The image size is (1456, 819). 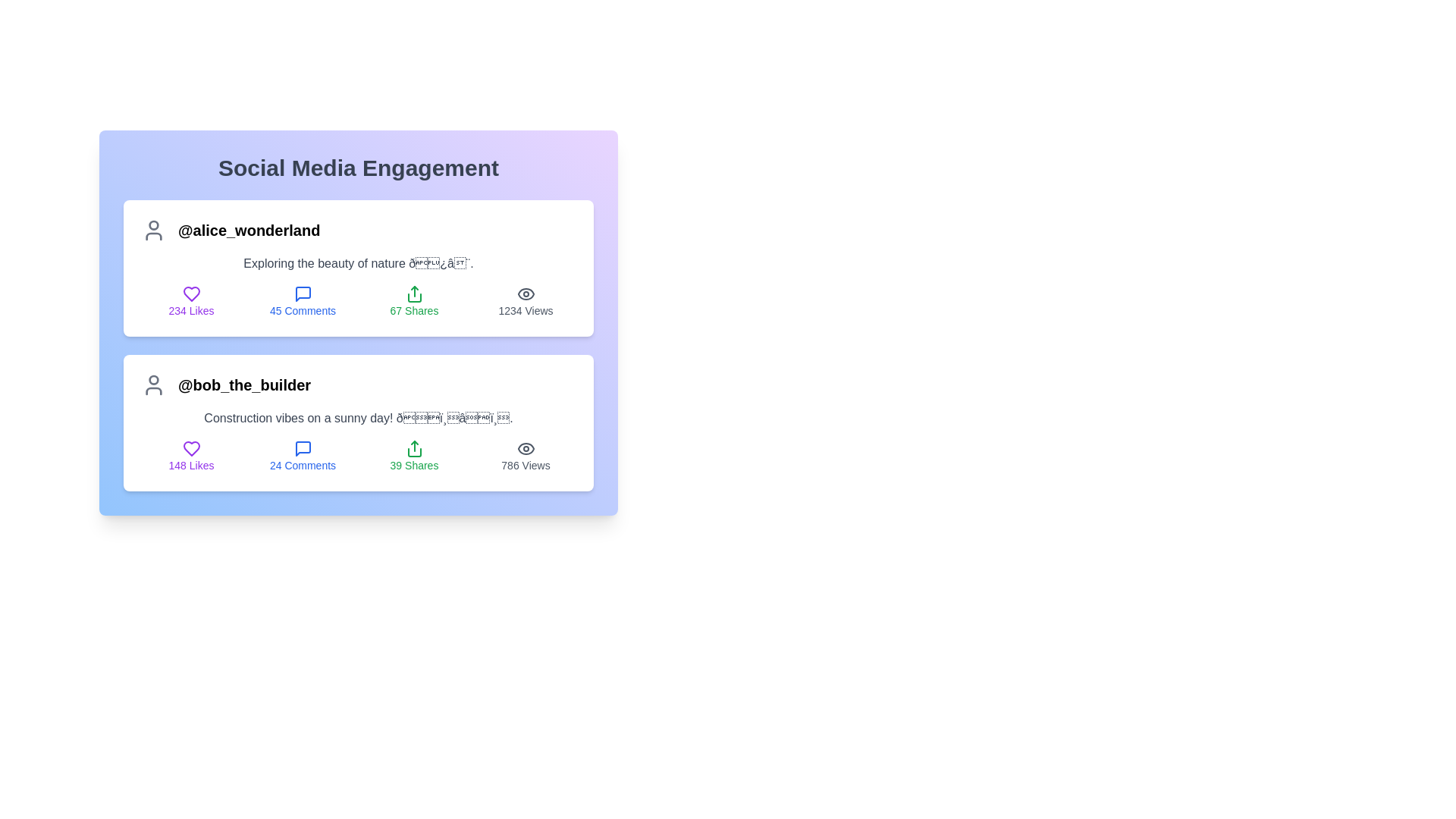 What do you see at coordinates (414, 464) in the screenshot?
I see `the '39 Shares' text label located in the lower right segment of the second post to interact with related engagement metrics` at bounding box center [414, 464].